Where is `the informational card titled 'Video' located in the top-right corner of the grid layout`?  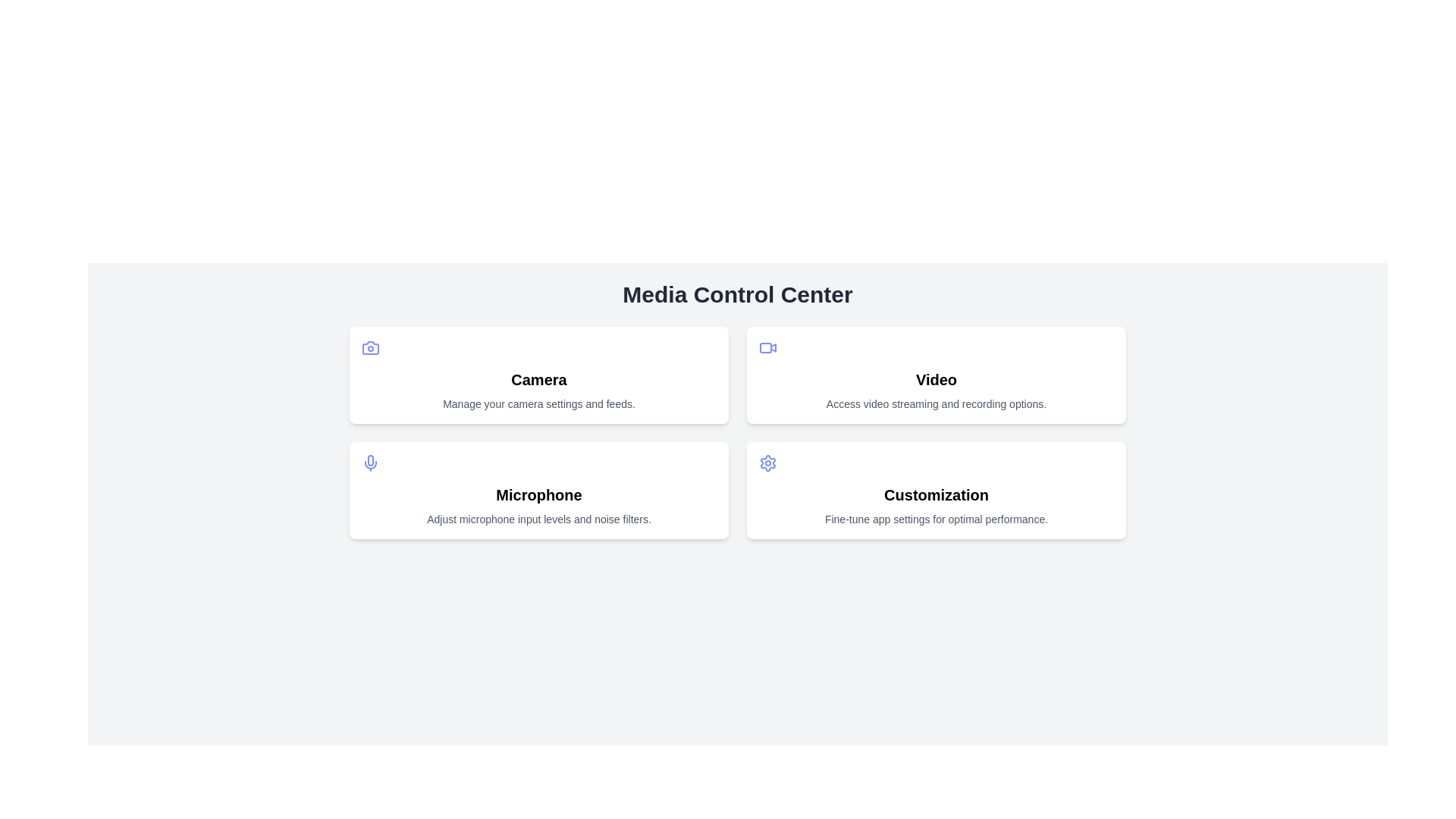
the informational card titled 'Video' located in the top-right corner of the grid layout is located at coordinates (935, 375).